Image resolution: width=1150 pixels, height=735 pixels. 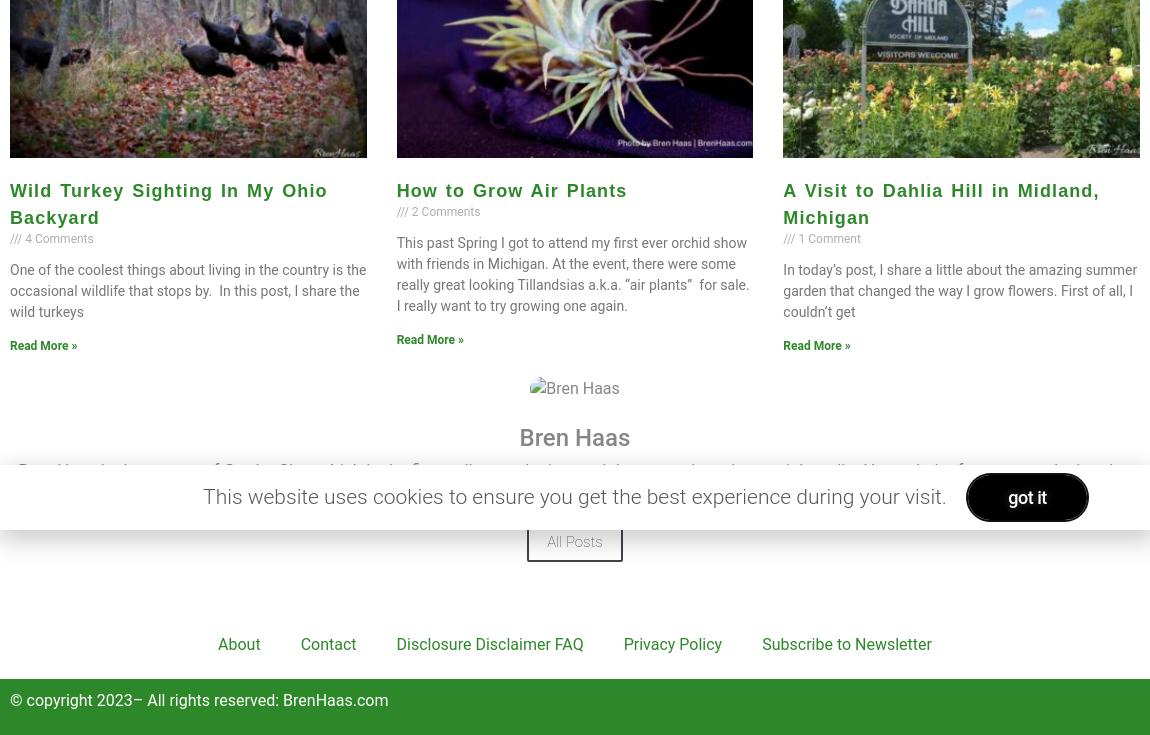 I want to click on 'got it', so click(x=1026, y=497).